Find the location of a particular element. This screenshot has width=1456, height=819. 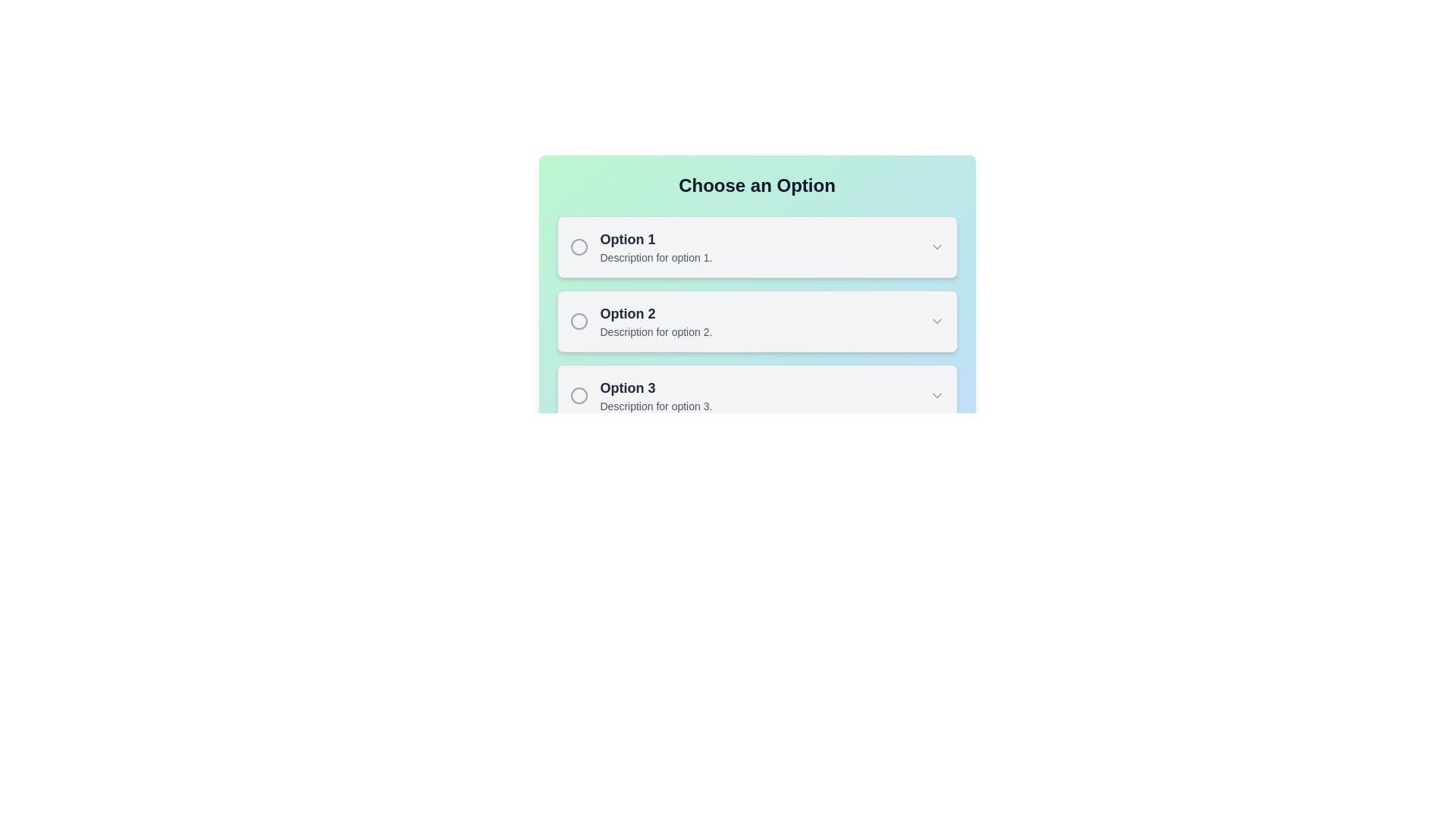

the 'Option 2' interactive option box, which is the second item in the vertical list under 'Choose an Option' is located at coordinates (757, 330).